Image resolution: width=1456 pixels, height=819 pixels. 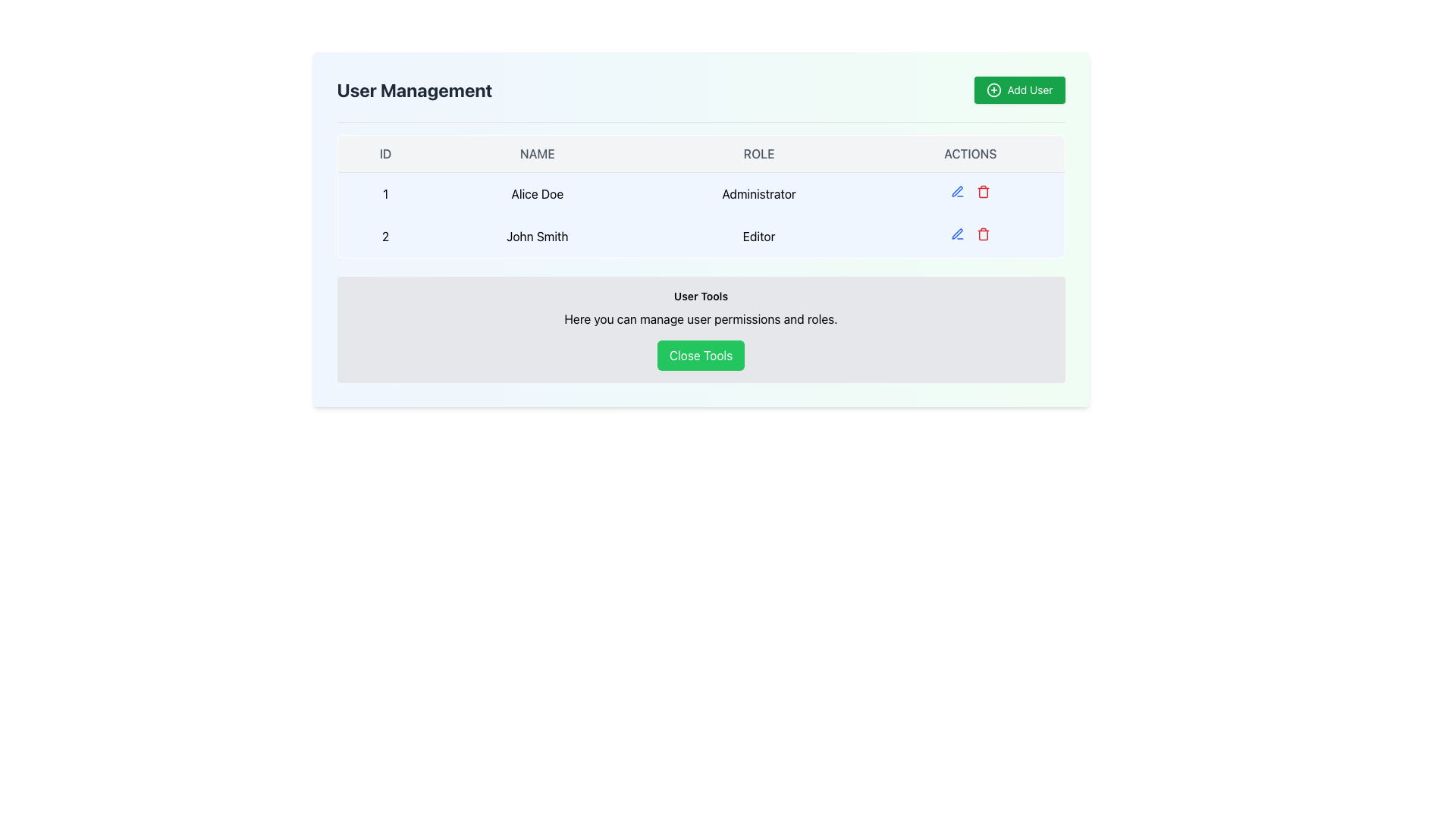 I want to click on the 'NAME' label, which is the second column header in a table, displaying uppercase text in a medium-weight, gray font, so click(x=537, y=154).